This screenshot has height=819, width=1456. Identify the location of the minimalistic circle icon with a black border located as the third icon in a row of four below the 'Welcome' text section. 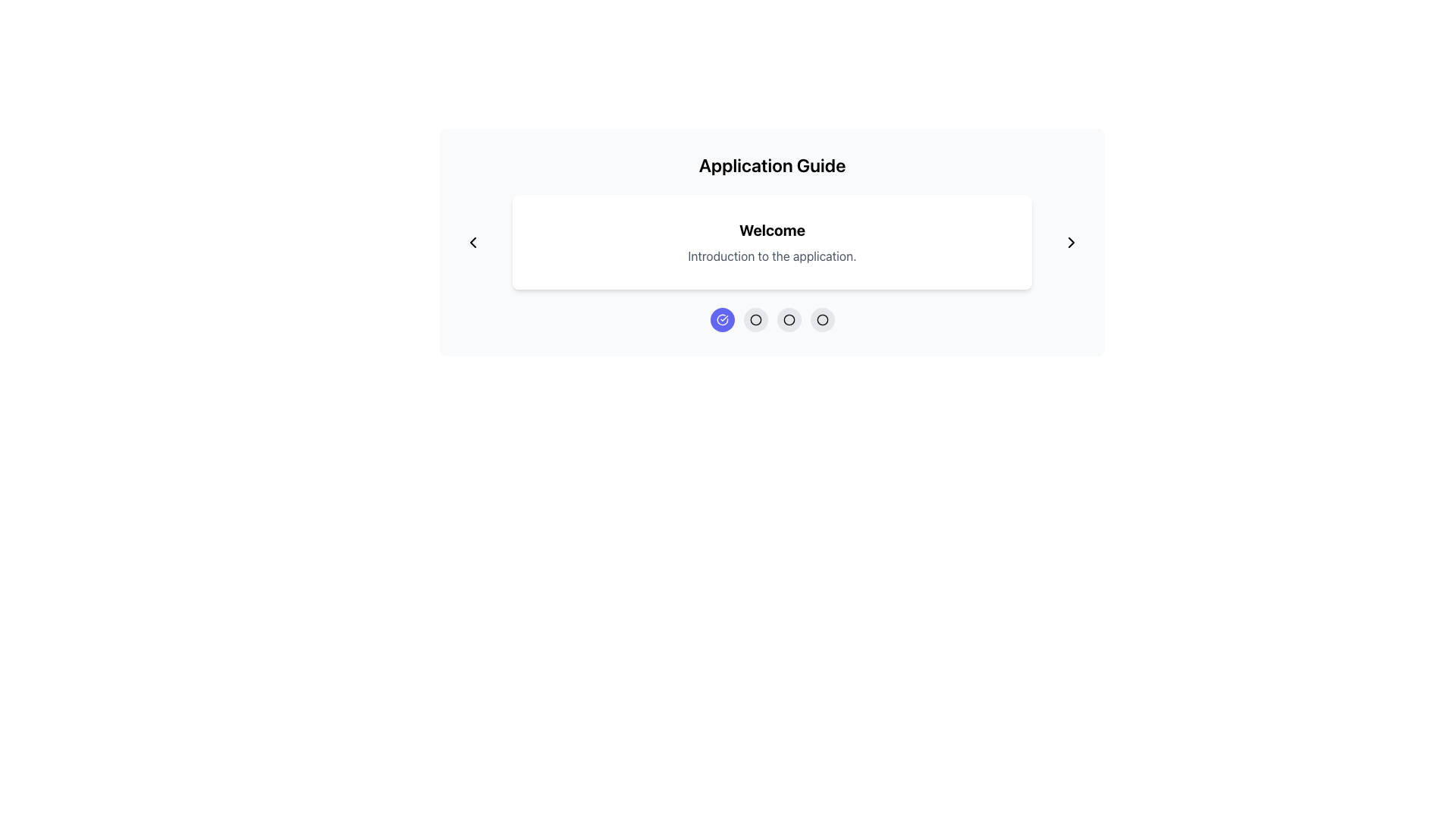
(755, 318).